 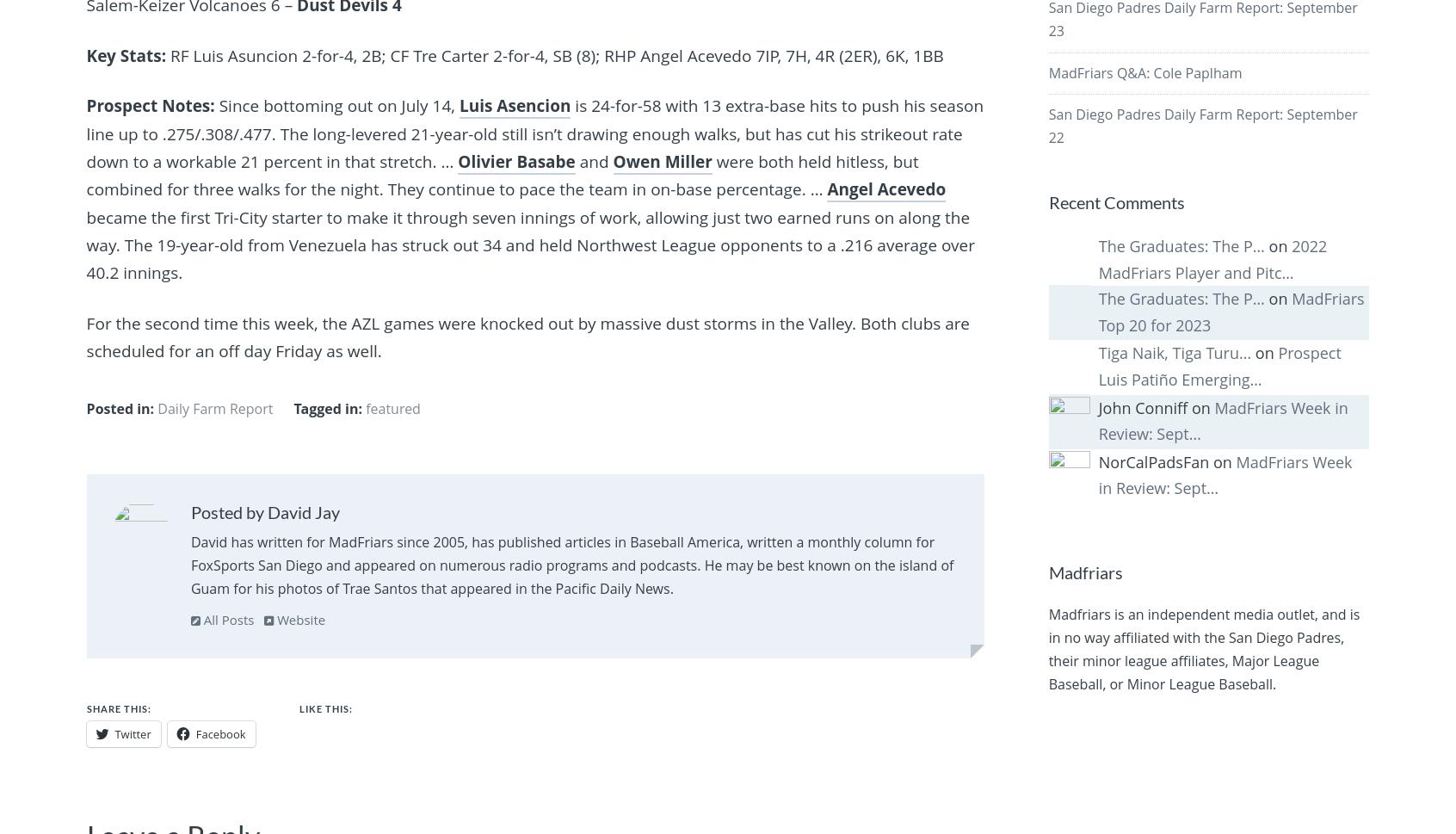 What do you see at coordinates (85, 708) in the screenshot?
I see `'Share this:'` at bounding box center [85, 708].